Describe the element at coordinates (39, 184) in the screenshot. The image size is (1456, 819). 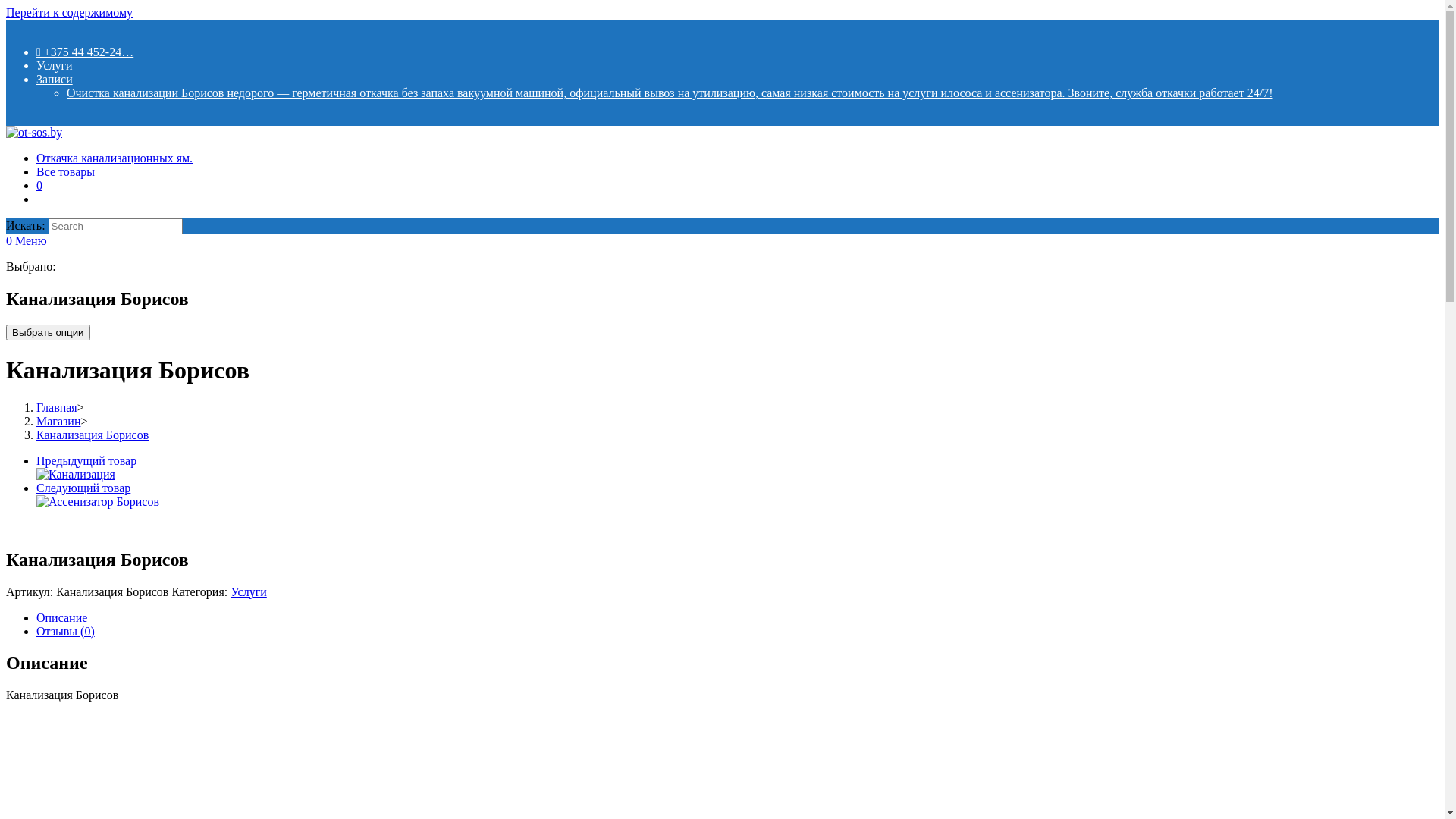
I see `'0'` at that location.